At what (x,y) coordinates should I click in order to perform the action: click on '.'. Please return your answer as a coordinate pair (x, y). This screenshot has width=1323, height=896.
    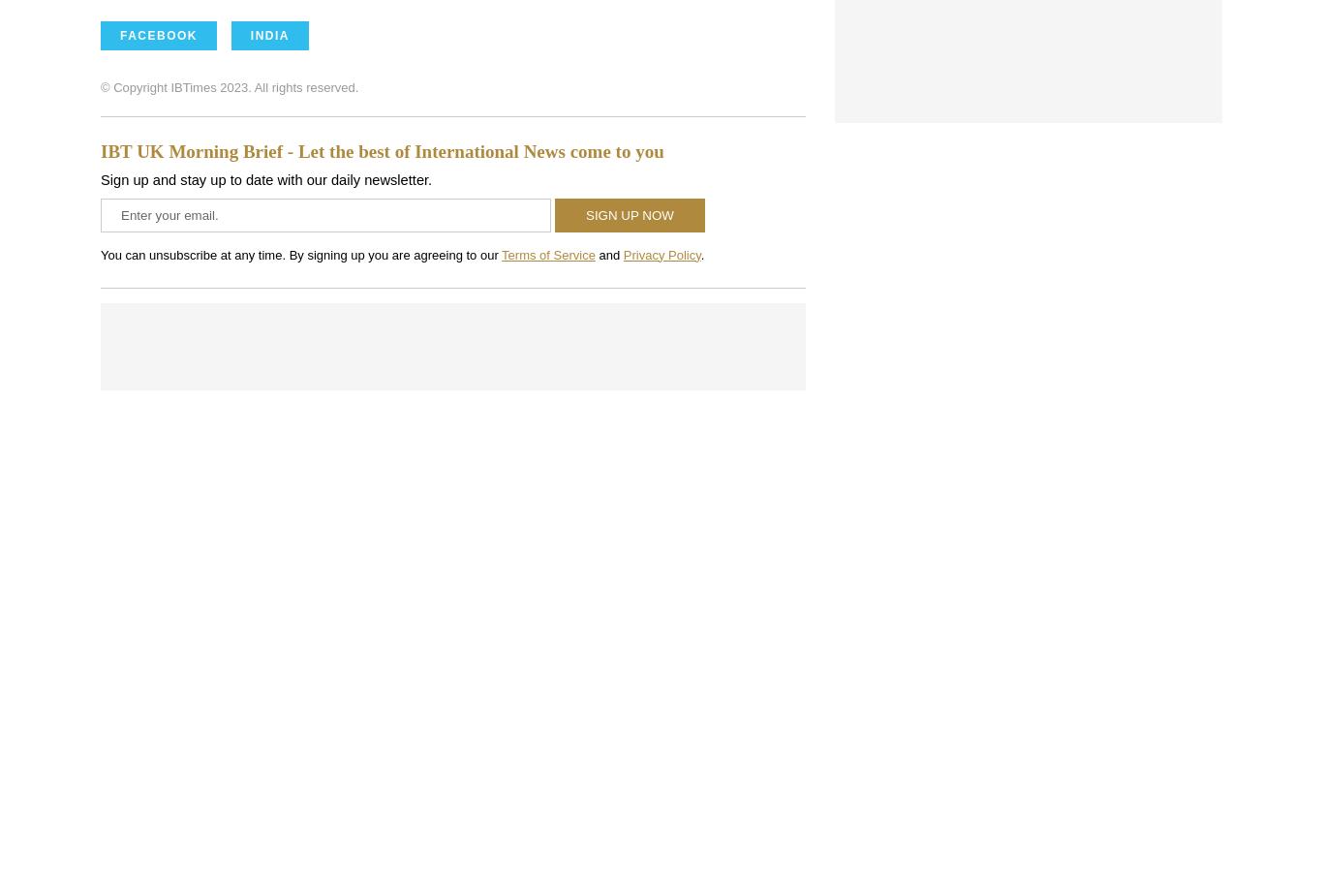
    Looking at the image, I should click on (700, 253).